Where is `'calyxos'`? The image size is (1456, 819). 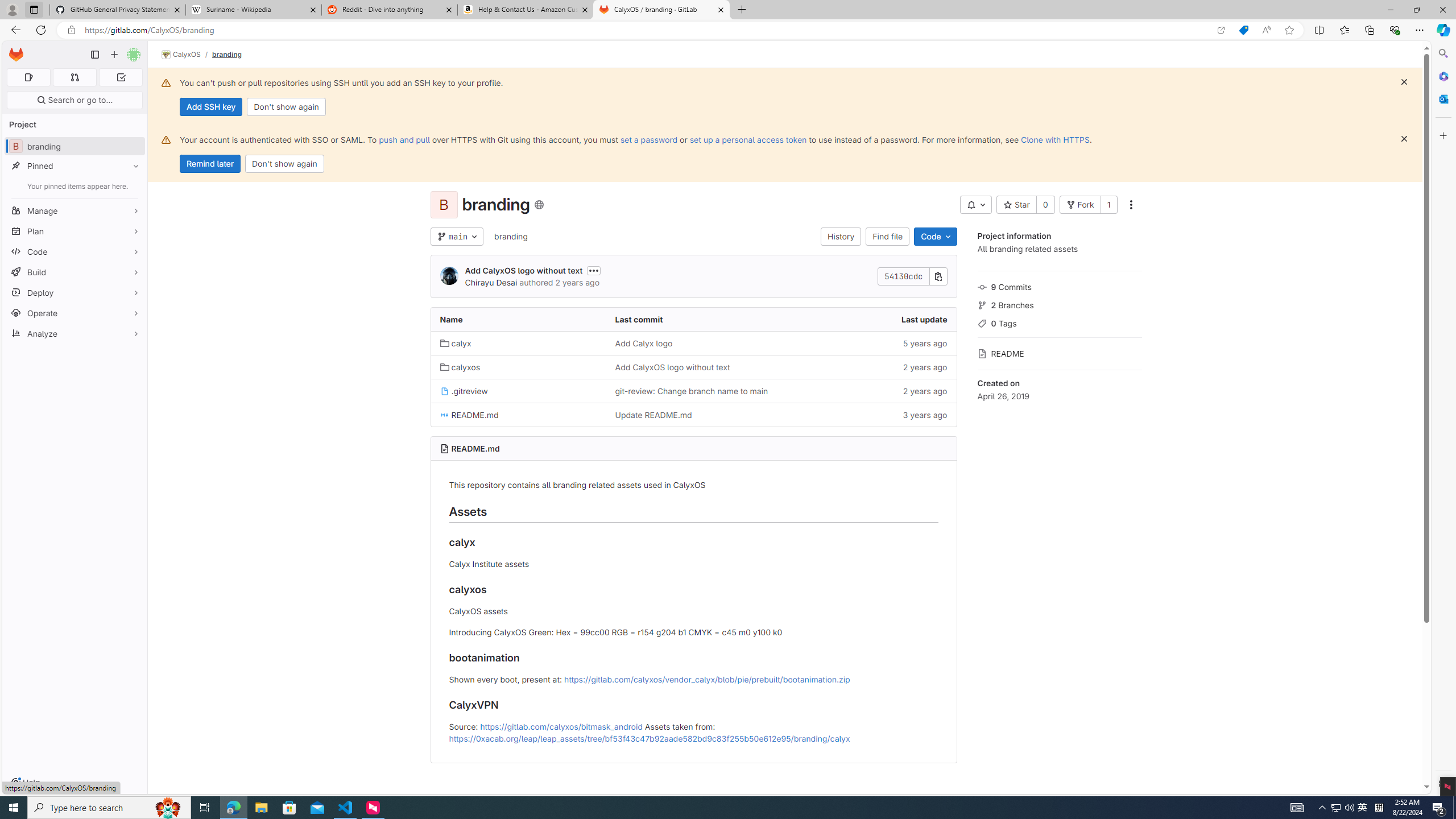 'calyxos' is located at coordinates (459, 366).